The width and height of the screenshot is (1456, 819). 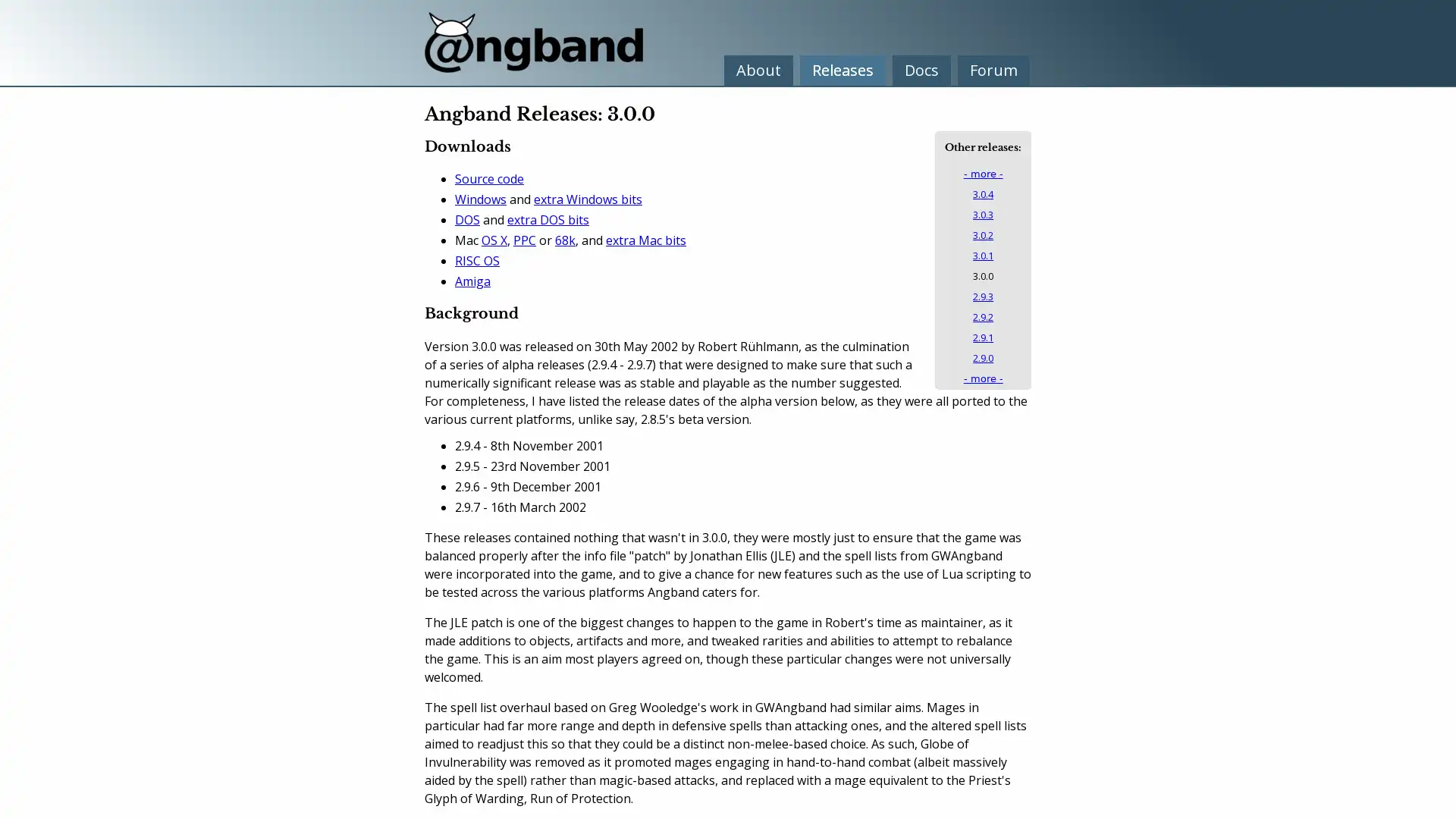 What do you see at coordinates (983, 173) in the screenshot?
I see `- more -` at bounding box center [983, 173].